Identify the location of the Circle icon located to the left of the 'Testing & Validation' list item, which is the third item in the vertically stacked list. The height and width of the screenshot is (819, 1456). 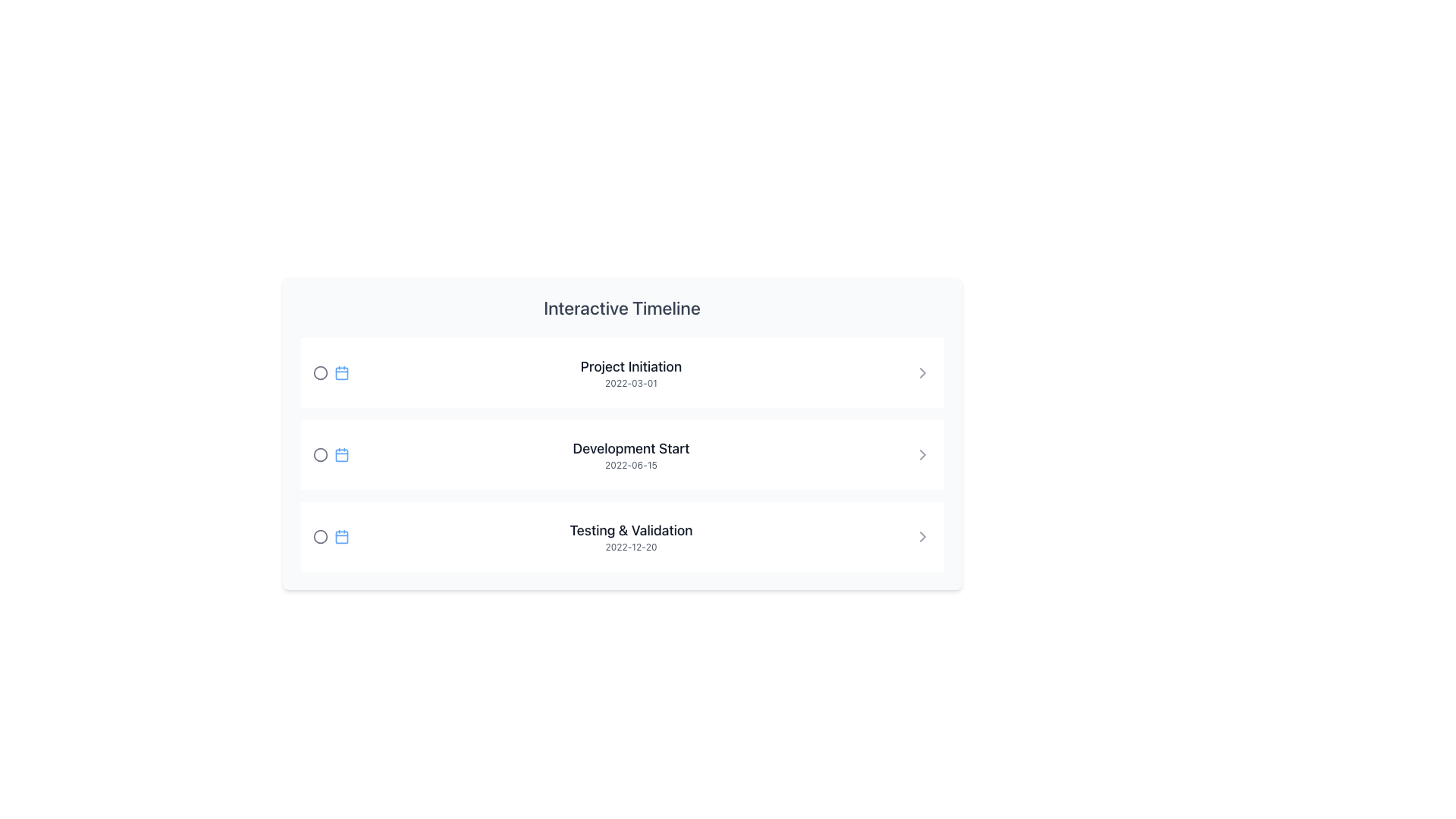
(319, 536).